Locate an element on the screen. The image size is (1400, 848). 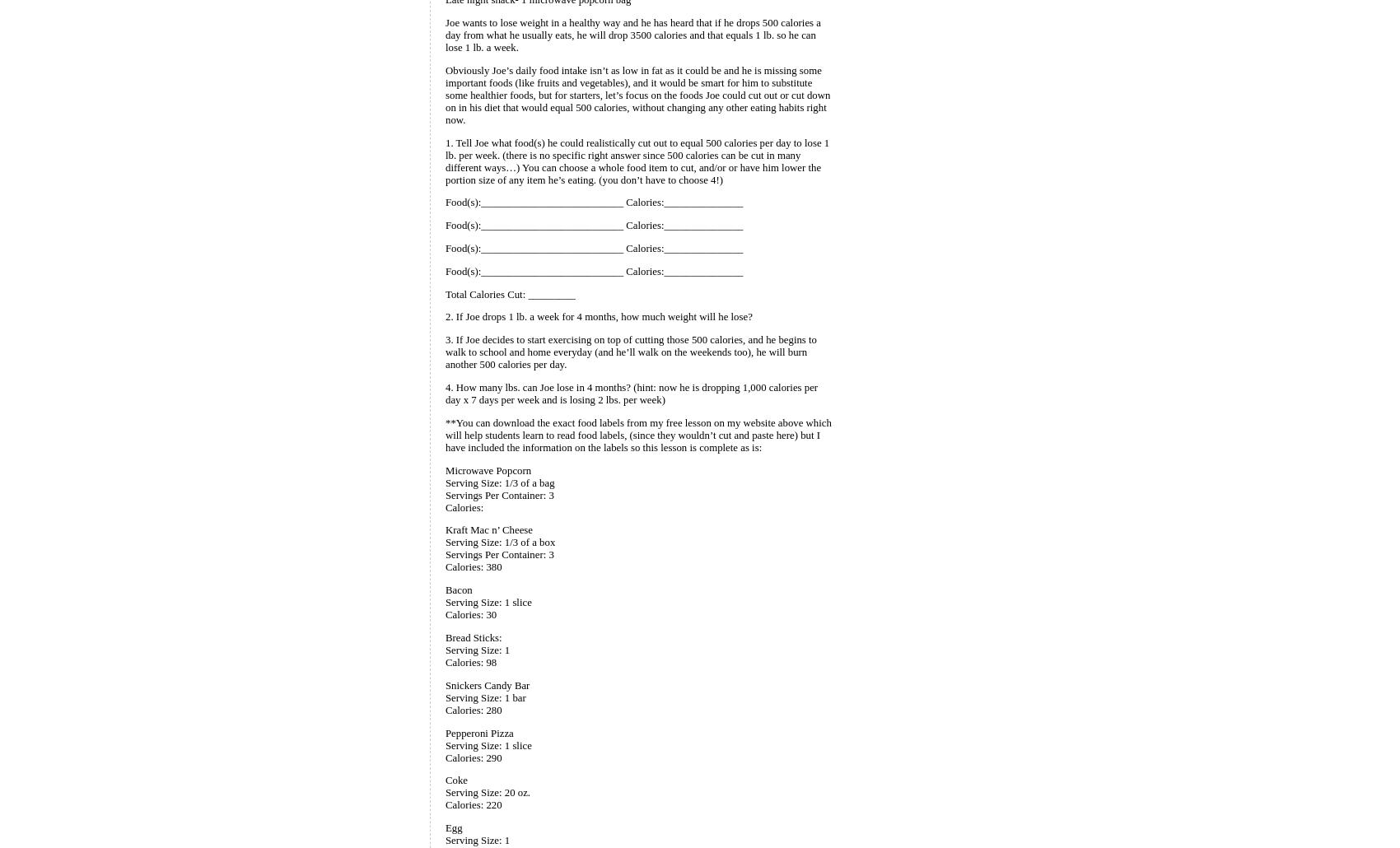
'Serving Size: 1/3 of a box' is located at coordinates (444, 541).